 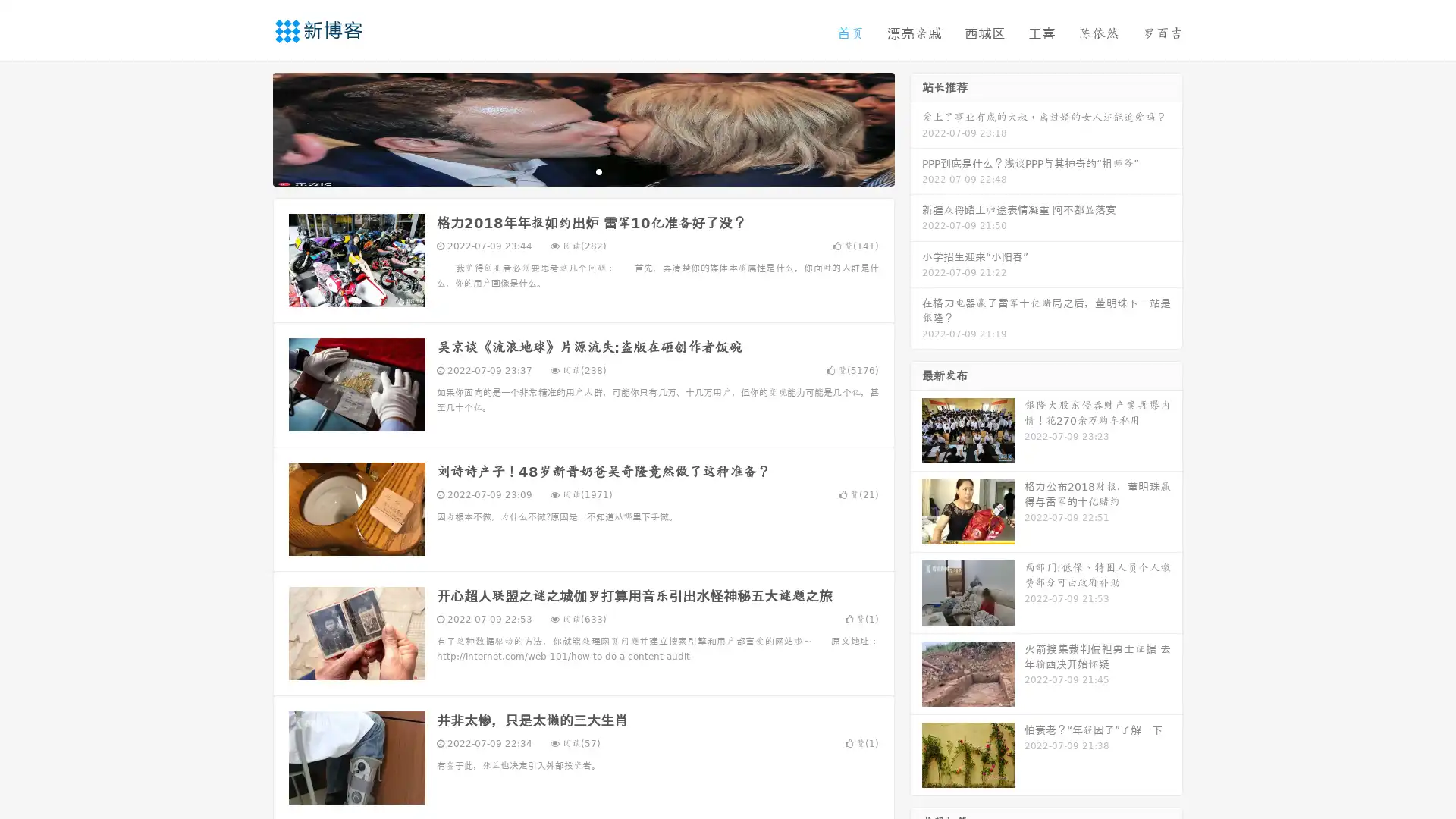 I want to click on Next slide, so click(x=916, y=127).